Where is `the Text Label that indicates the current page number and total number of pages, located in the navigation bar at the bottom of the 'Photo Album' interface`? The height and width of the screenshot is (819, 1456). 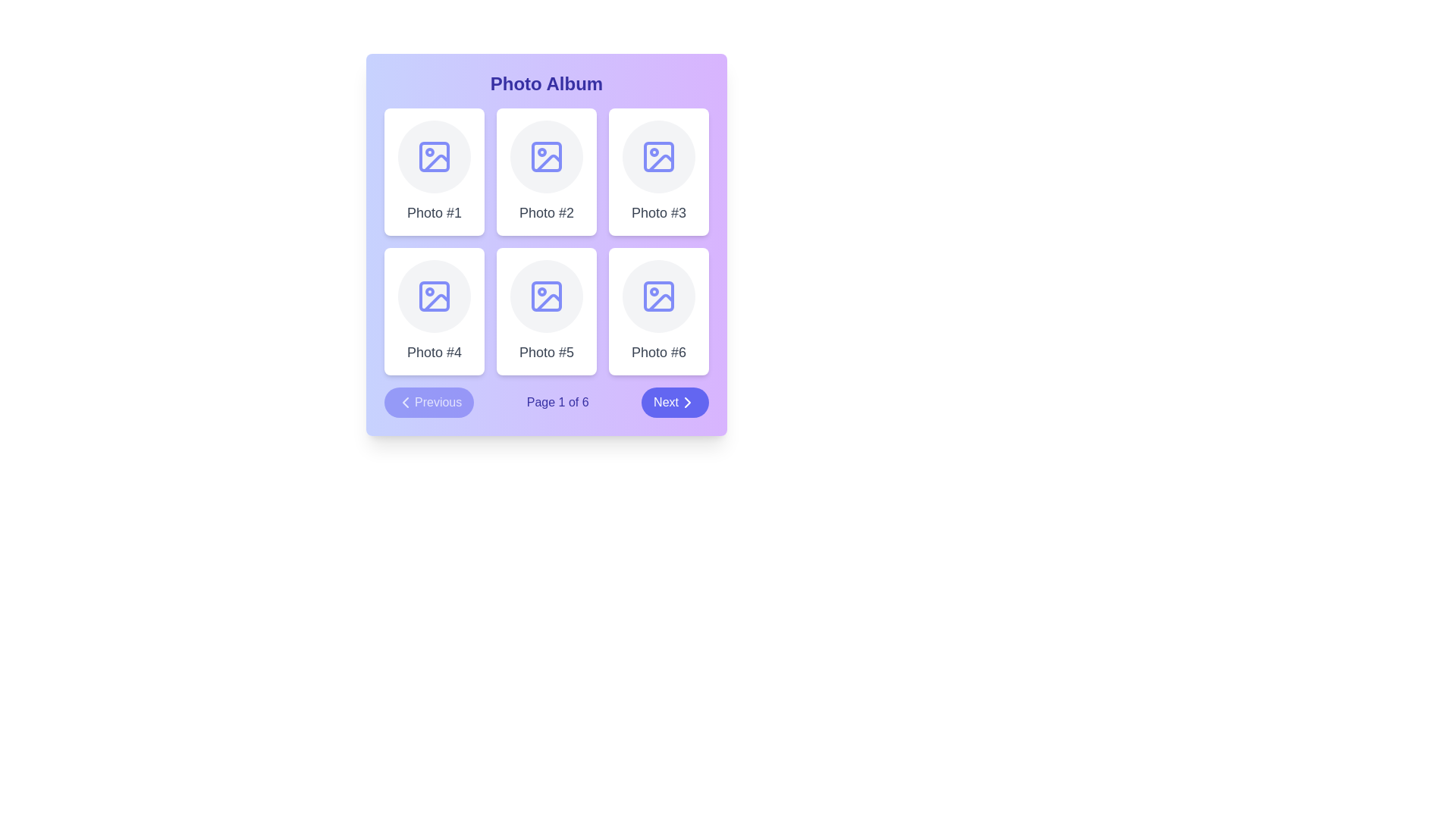
the Text Label that indicates the current page number and total number of pages, located in the navigation bar at the bottom of the 'Photo Album' interface is located at coordinates (557, 402).